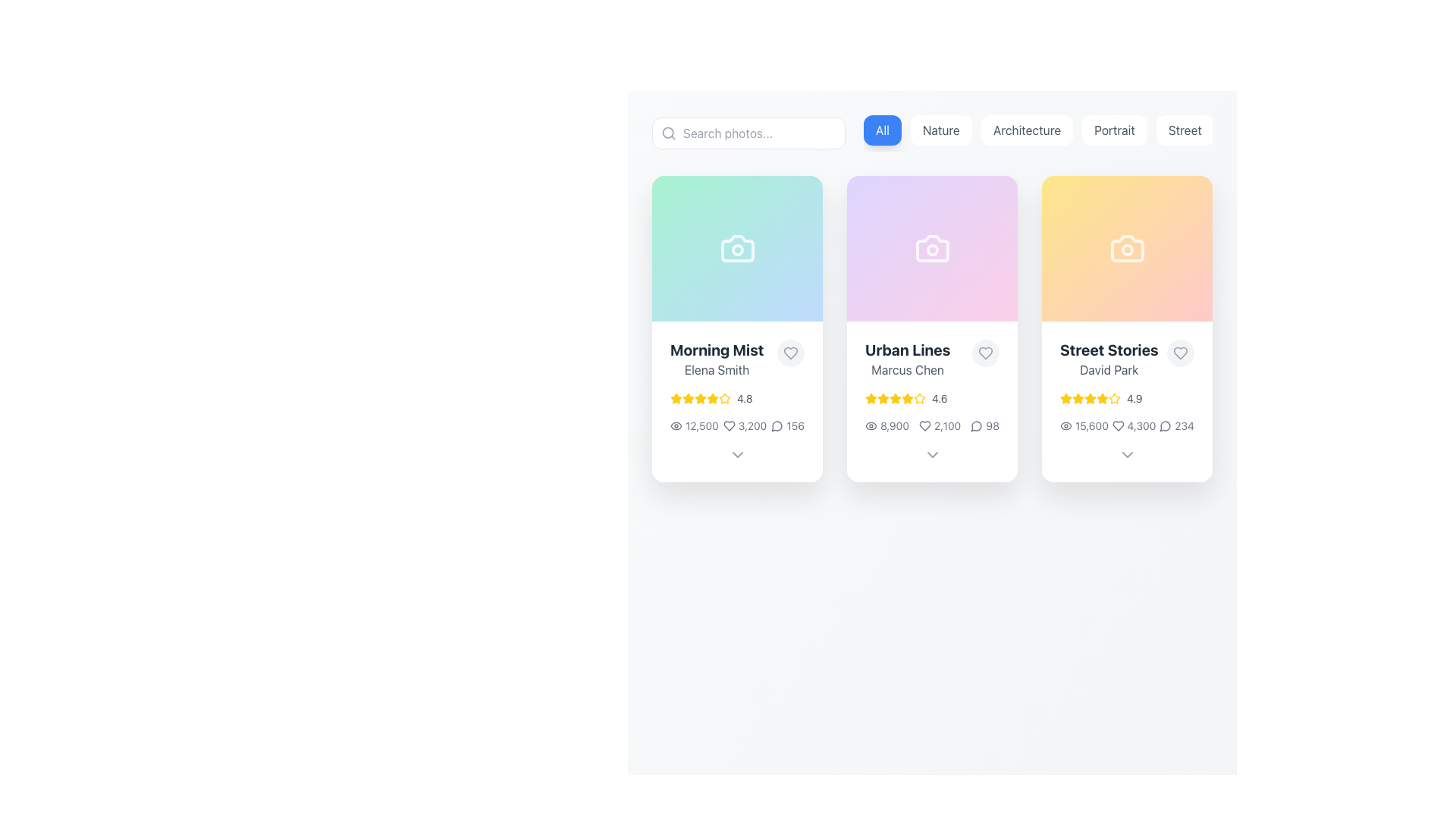 Image resolution: width=1456 pixels, height=819 pixels. What do you see at coordinates (737, 454) in the screenshot?
I see `the Chevron Down icon located at the bottom section of the 'Morning Mist' card` at bounding box center [737, 454].